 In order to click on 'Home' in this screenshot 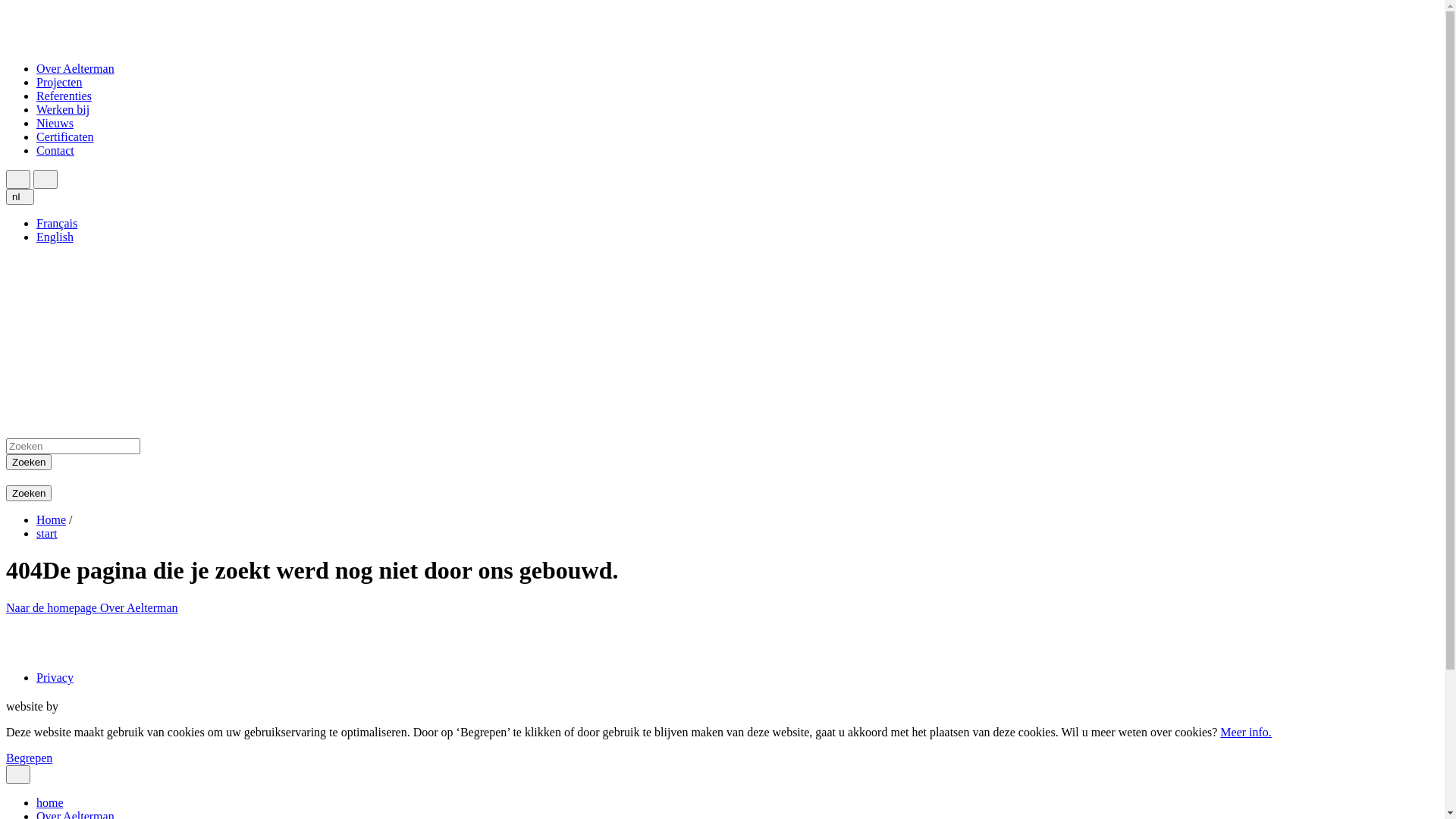, I will do `click(51, 519)`.